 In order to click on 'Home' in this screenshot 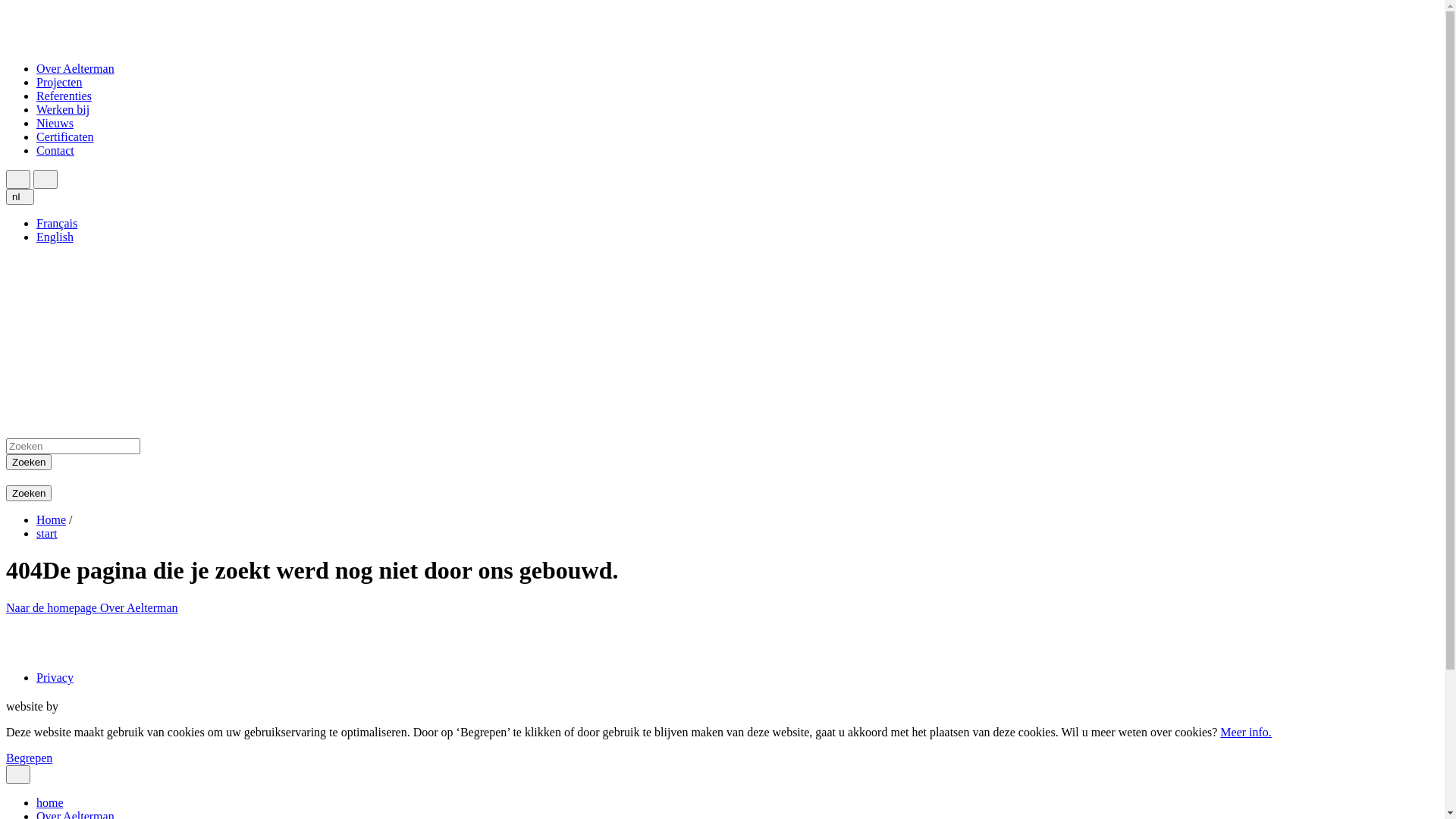, I will do `click(51, 519)`.